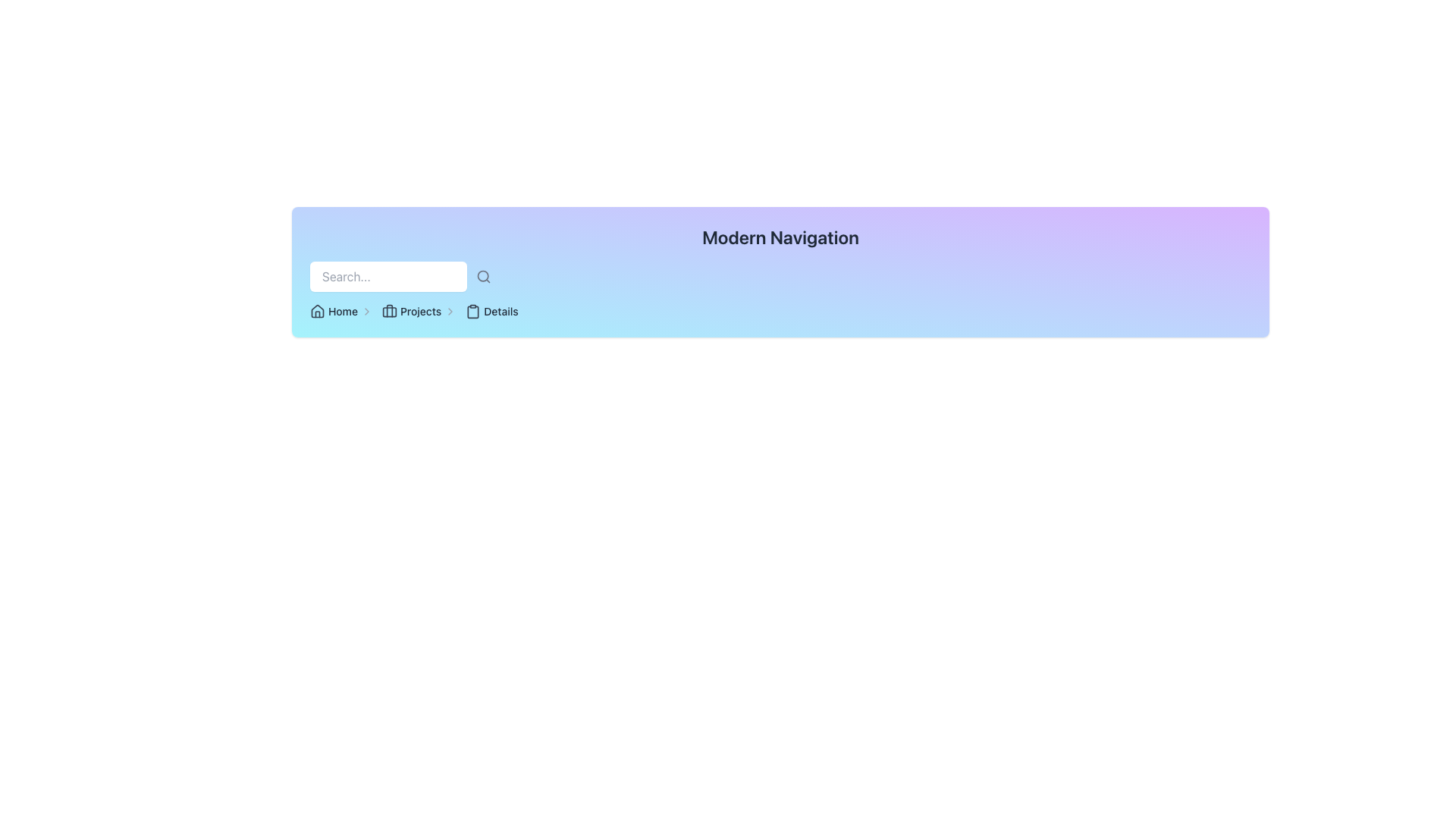 The image size is (1456, 819). I want to click on the 'Home' icon, which is part of the navigation section, represented by a house-shaped icon located to the left side of the navigation bar, so click(316, 309).